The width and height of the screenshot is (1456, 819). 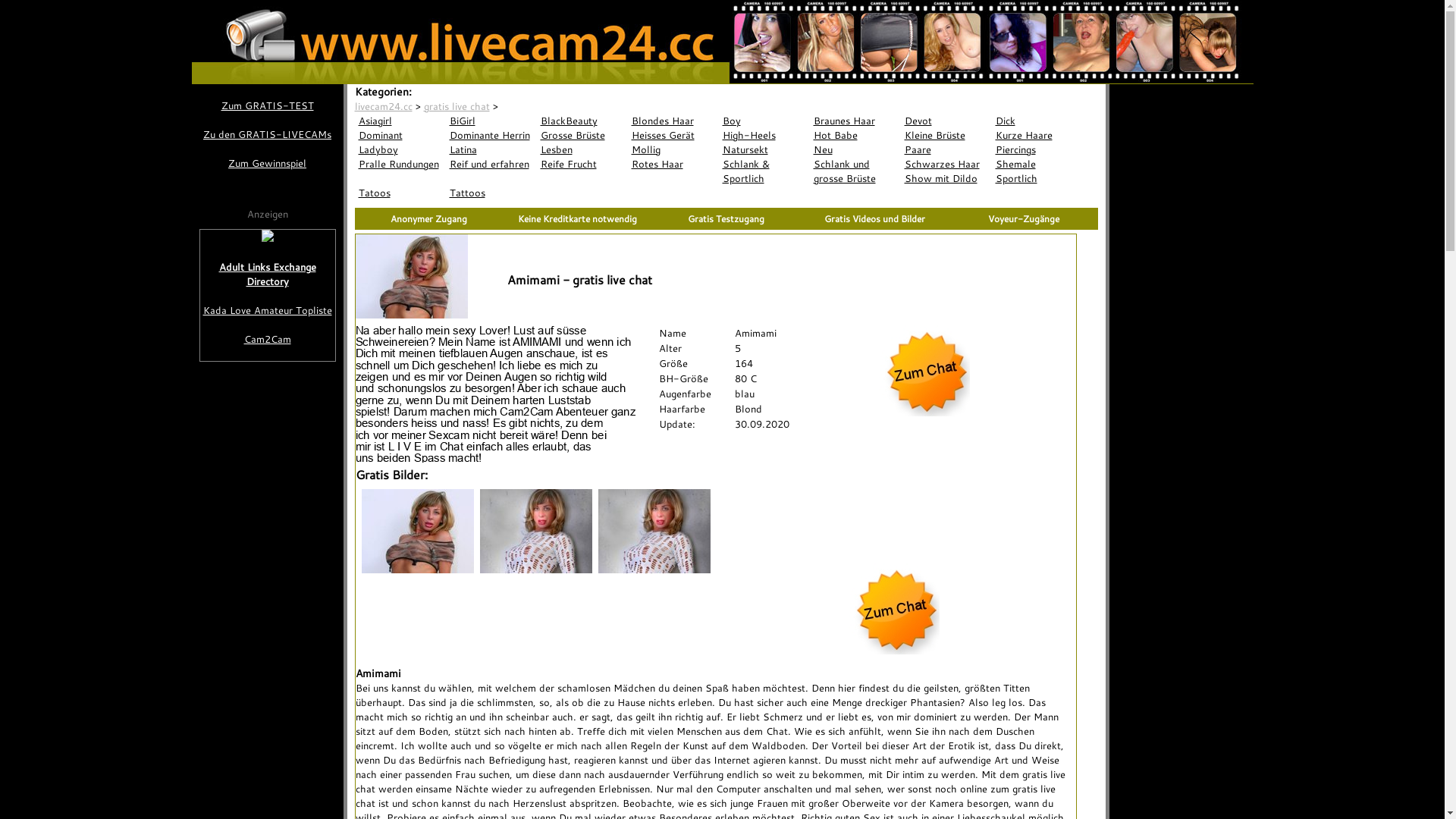 What do you see at coordinates (764, 149) in the screenshot?
I see `'Natursekt'` at bounding box center [764, 149].